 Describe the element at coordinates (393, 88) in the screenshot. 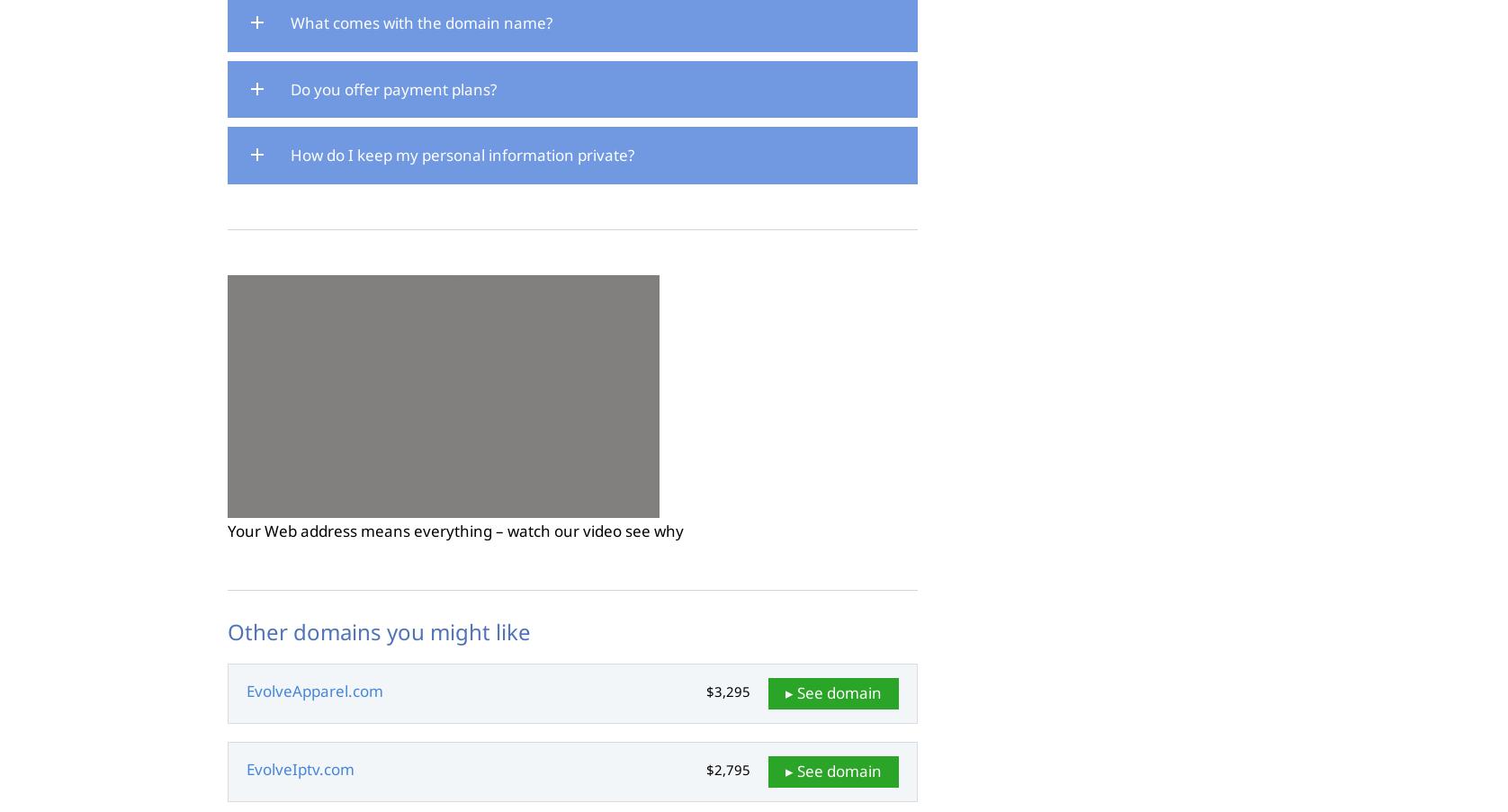

I see `'Do you offer payment plans?'` at that location.